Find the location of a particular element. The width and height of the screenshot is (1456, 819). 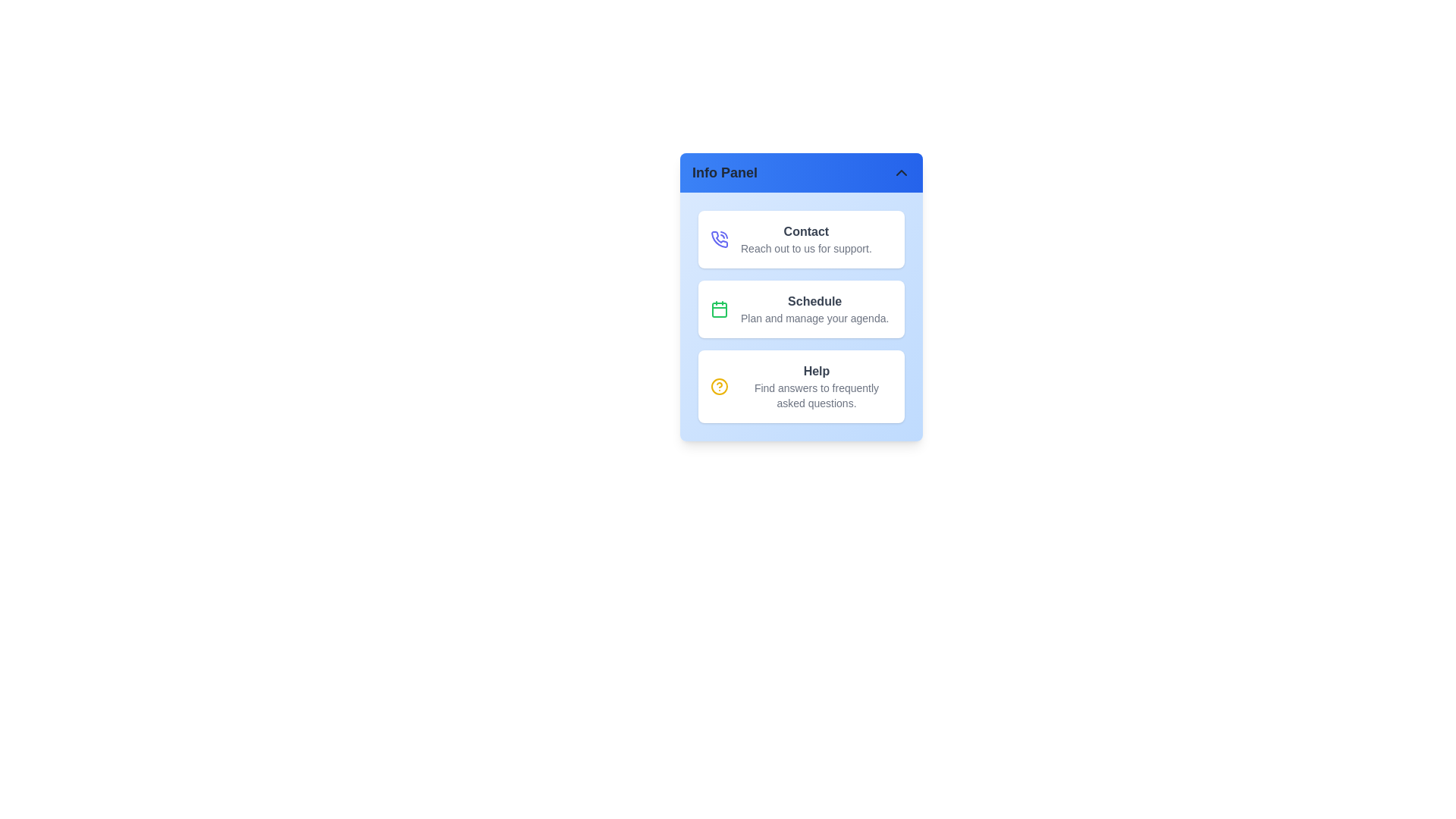

header button to toggle the visibility of the panel is located at coordinates (800, 171).